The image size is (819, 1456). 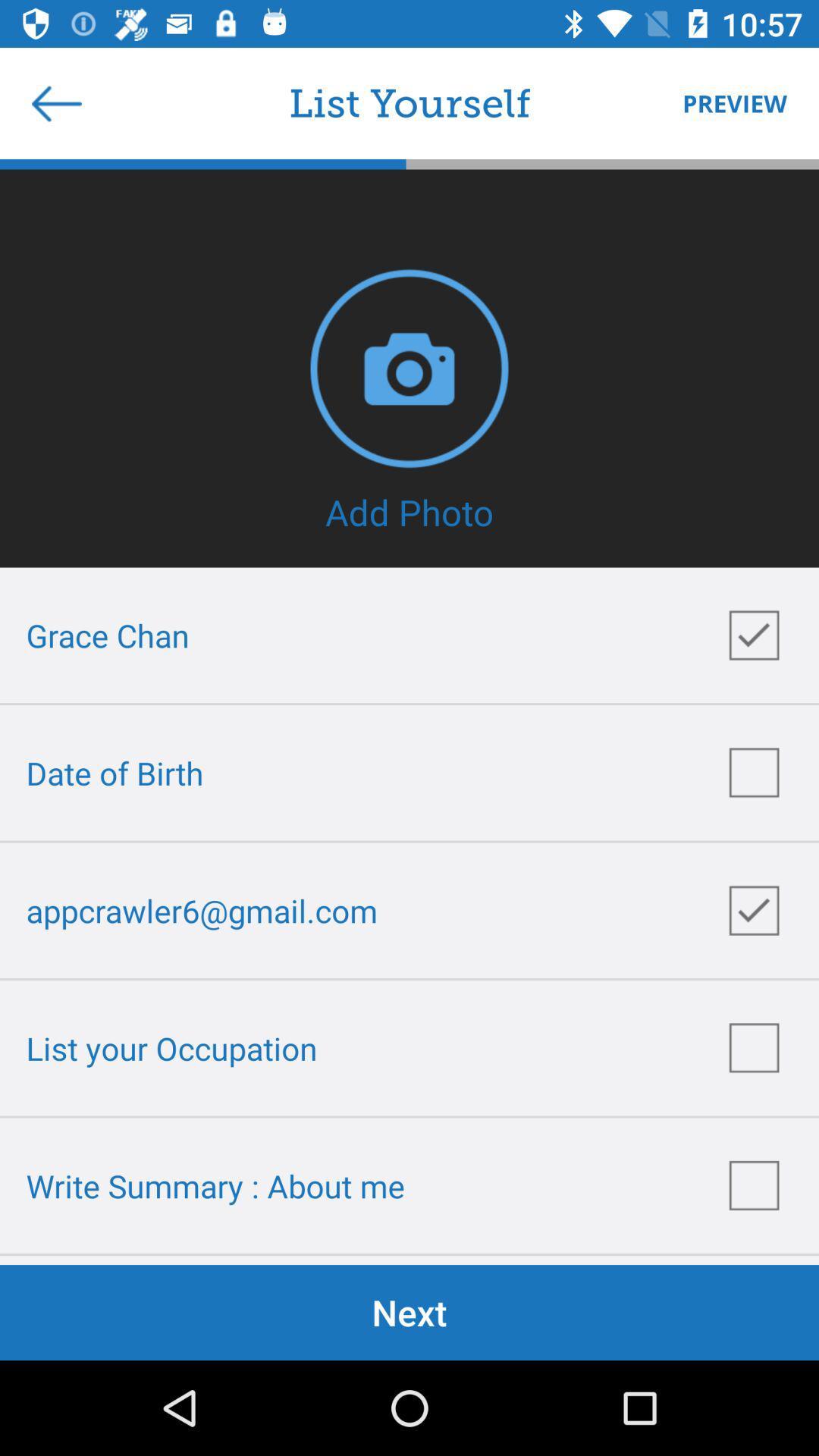 What do you see at coordinates (409, 368) in the screenshot?
I see `photo` at bounding box center [409, 368].